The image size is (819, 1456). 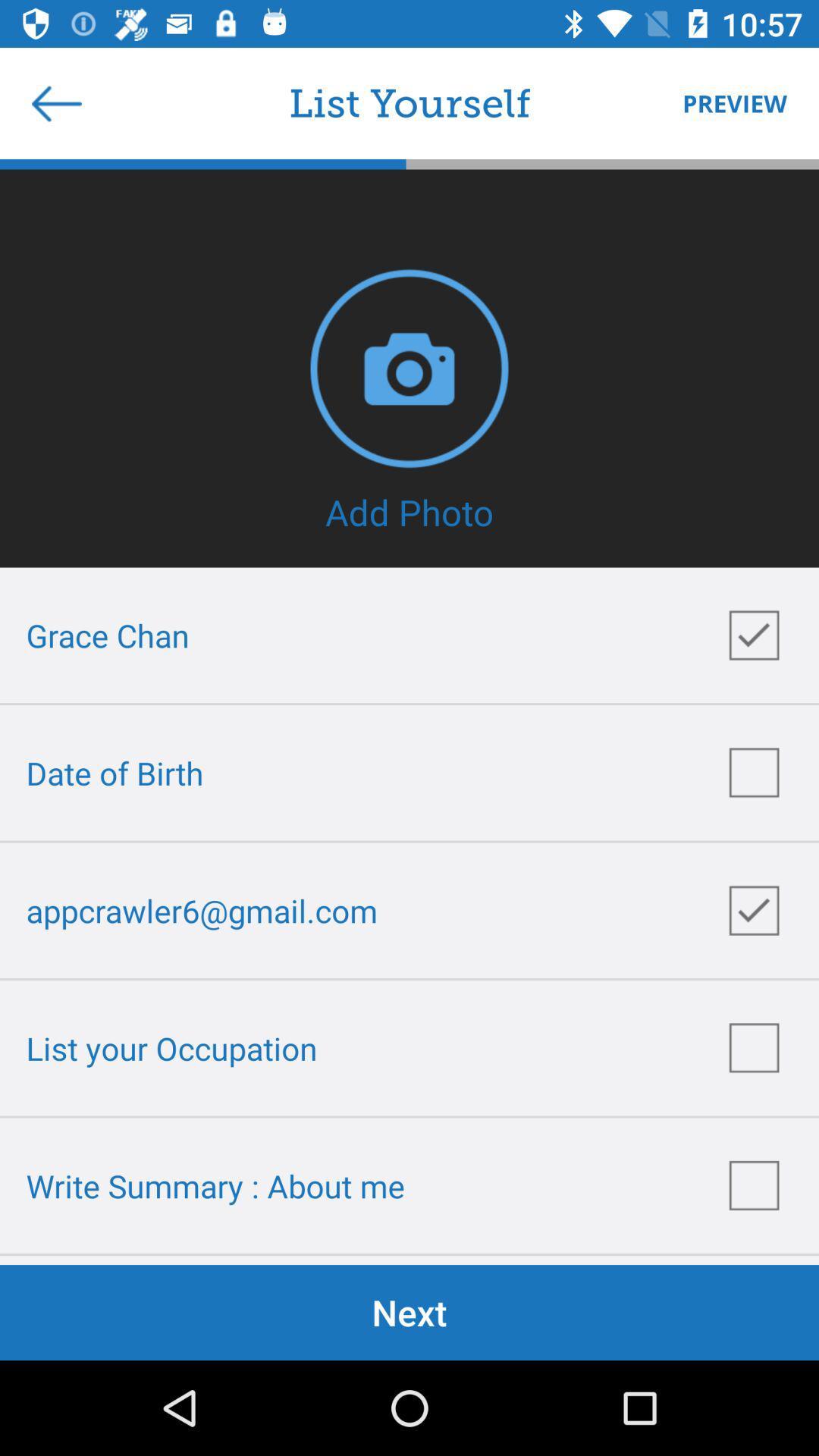 What do you see at coordinates (409, 368) in the screenshot?
I see `photo` at bounding box center [409, 368].